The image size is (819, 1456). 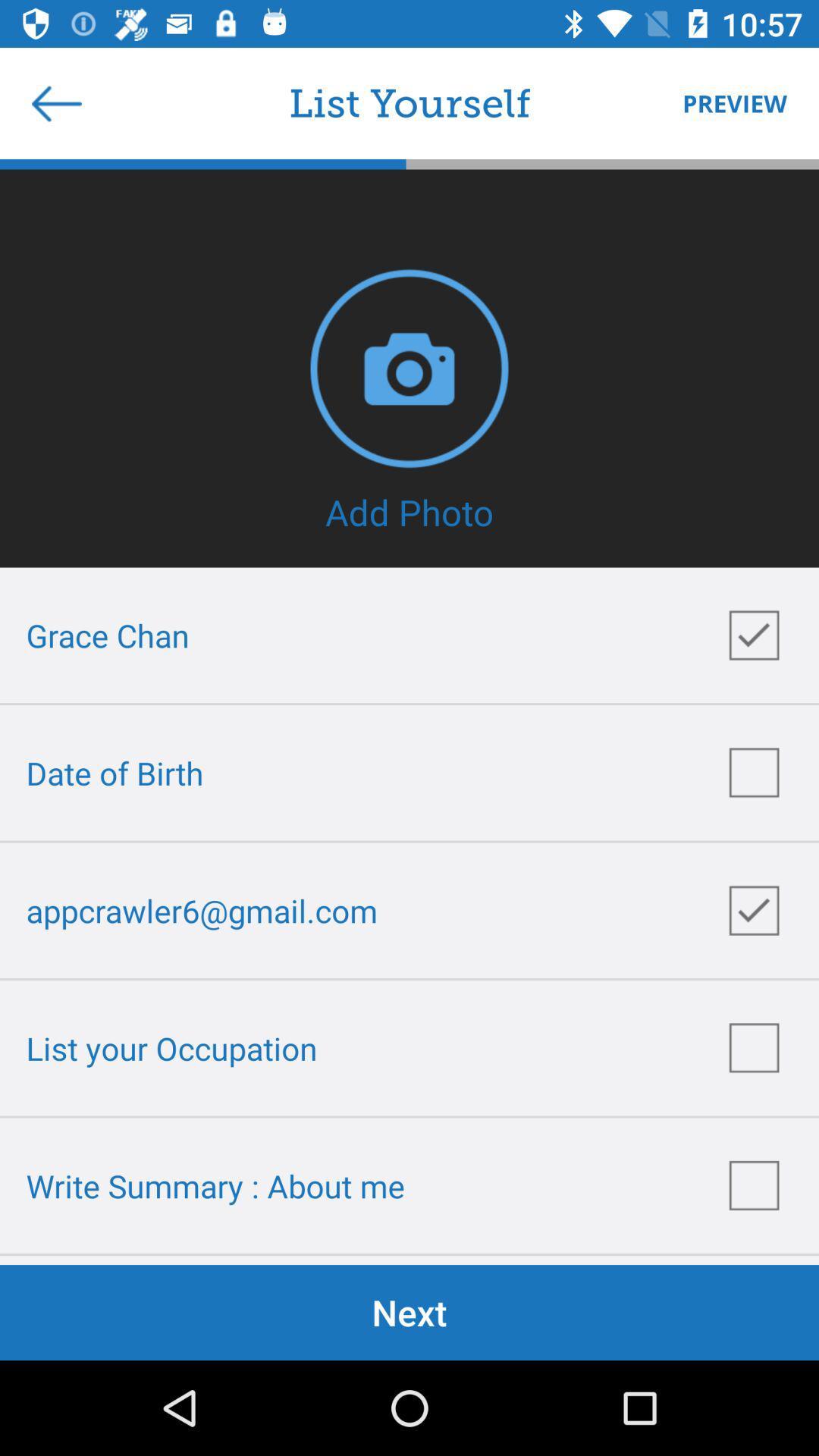 What do you see at coordinates (409, 368) in the screenshot?
I see `photo` at bounding box center [409, 368].